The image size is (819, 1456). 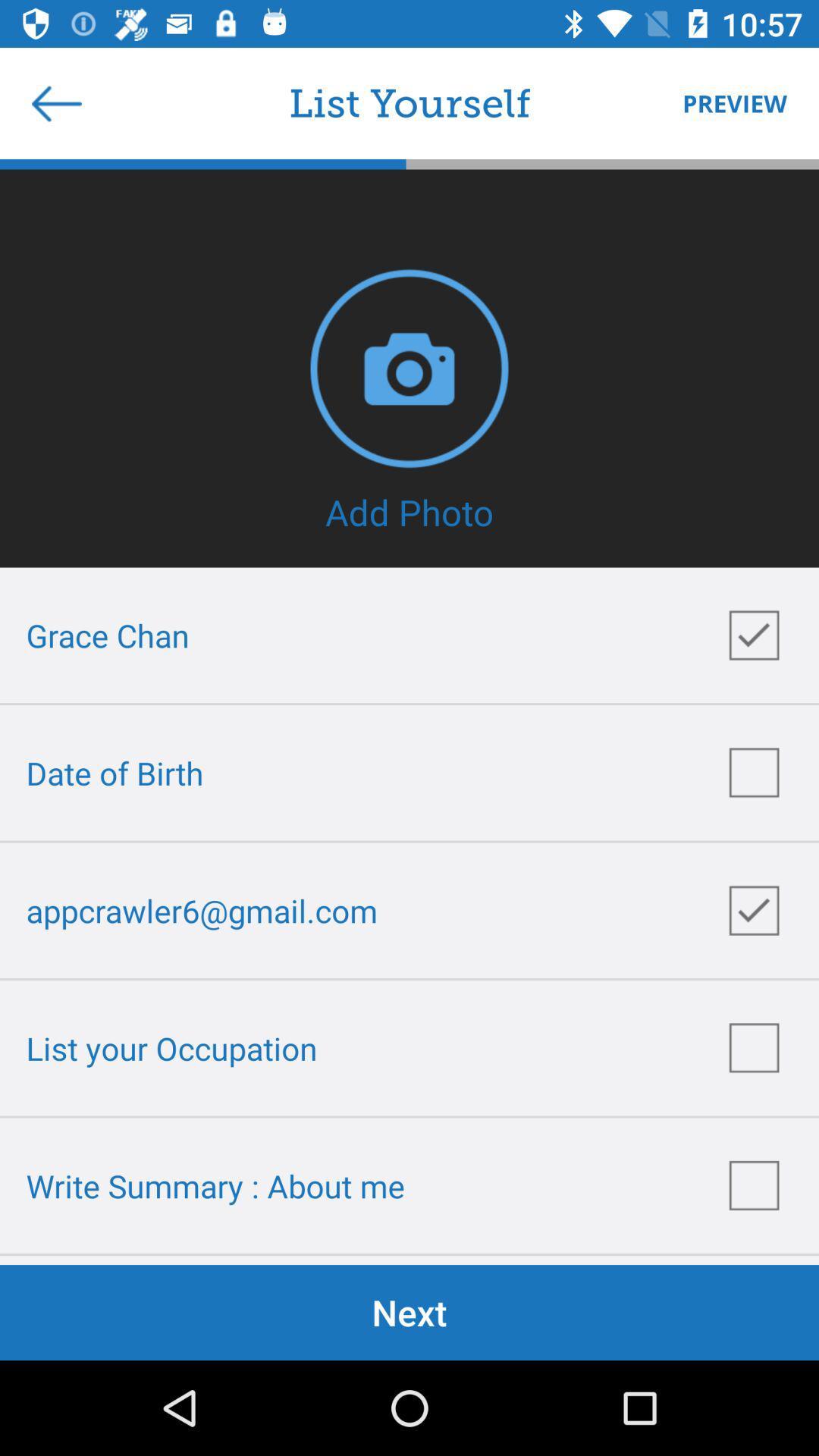 What do you see at coordinates (409, 368) in the screenshot?
I see `photo` at bounding box center [409, 368].